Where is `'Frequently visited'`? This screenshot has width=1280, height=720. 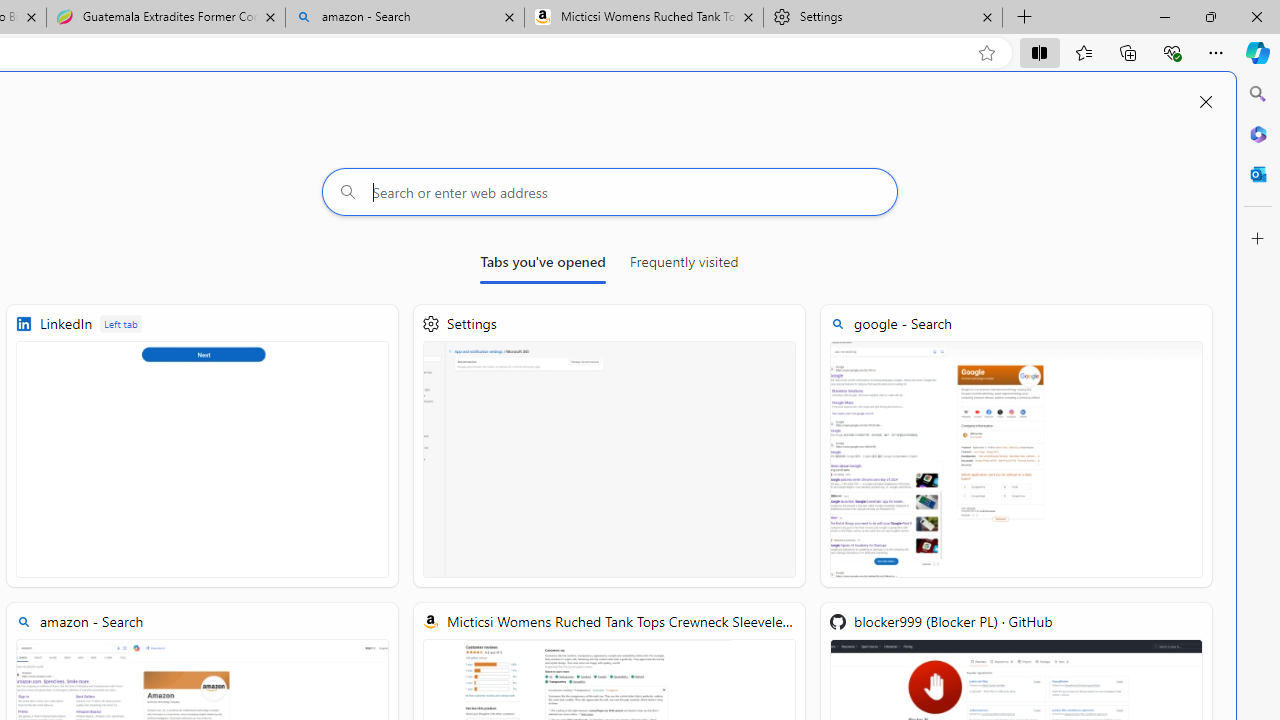
'Frequently visited' is located at coordinates (683, 265).